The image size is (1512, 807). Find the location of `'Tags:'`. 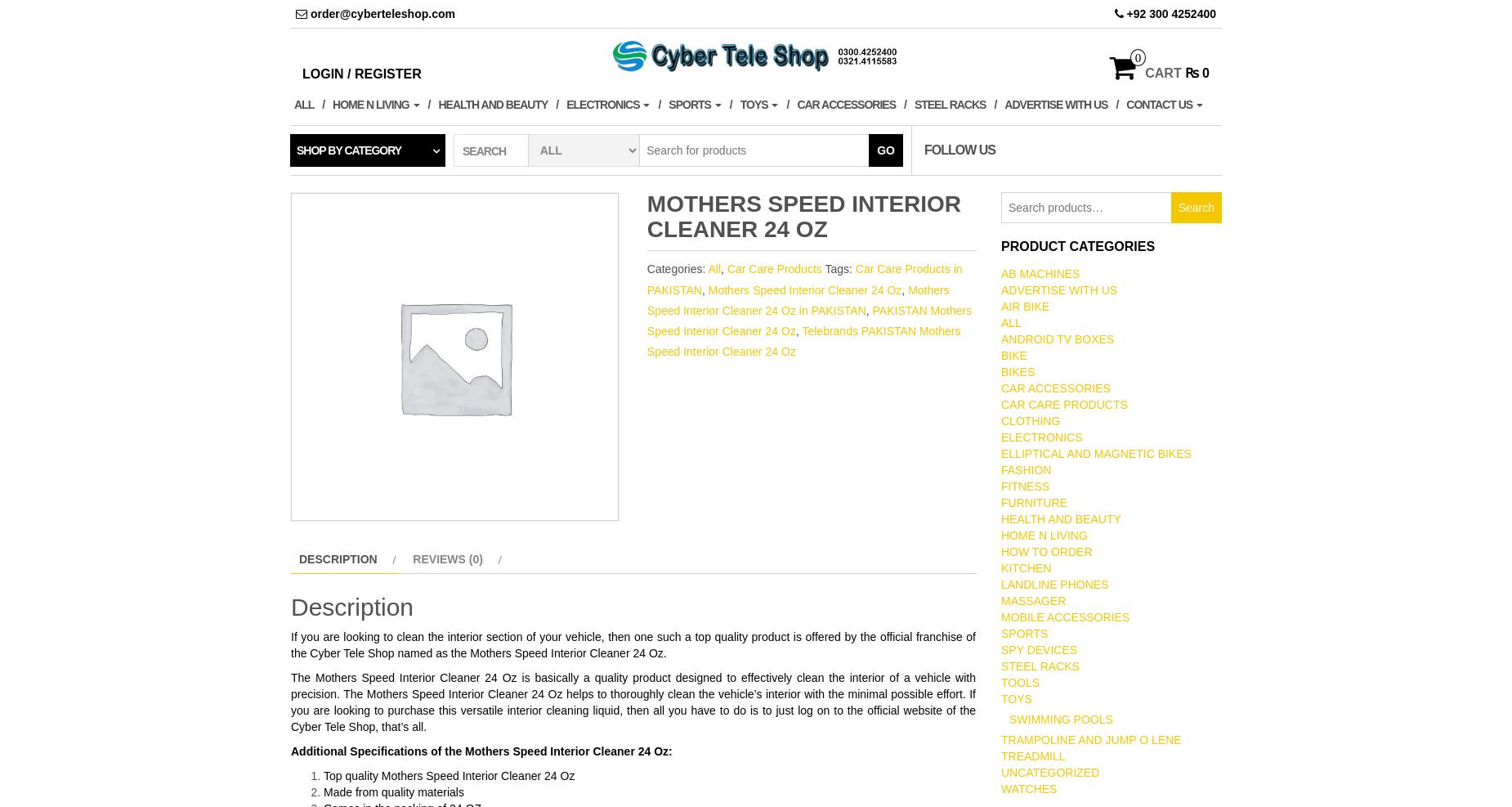

'Tags:' is located at coordinates (823, 267).